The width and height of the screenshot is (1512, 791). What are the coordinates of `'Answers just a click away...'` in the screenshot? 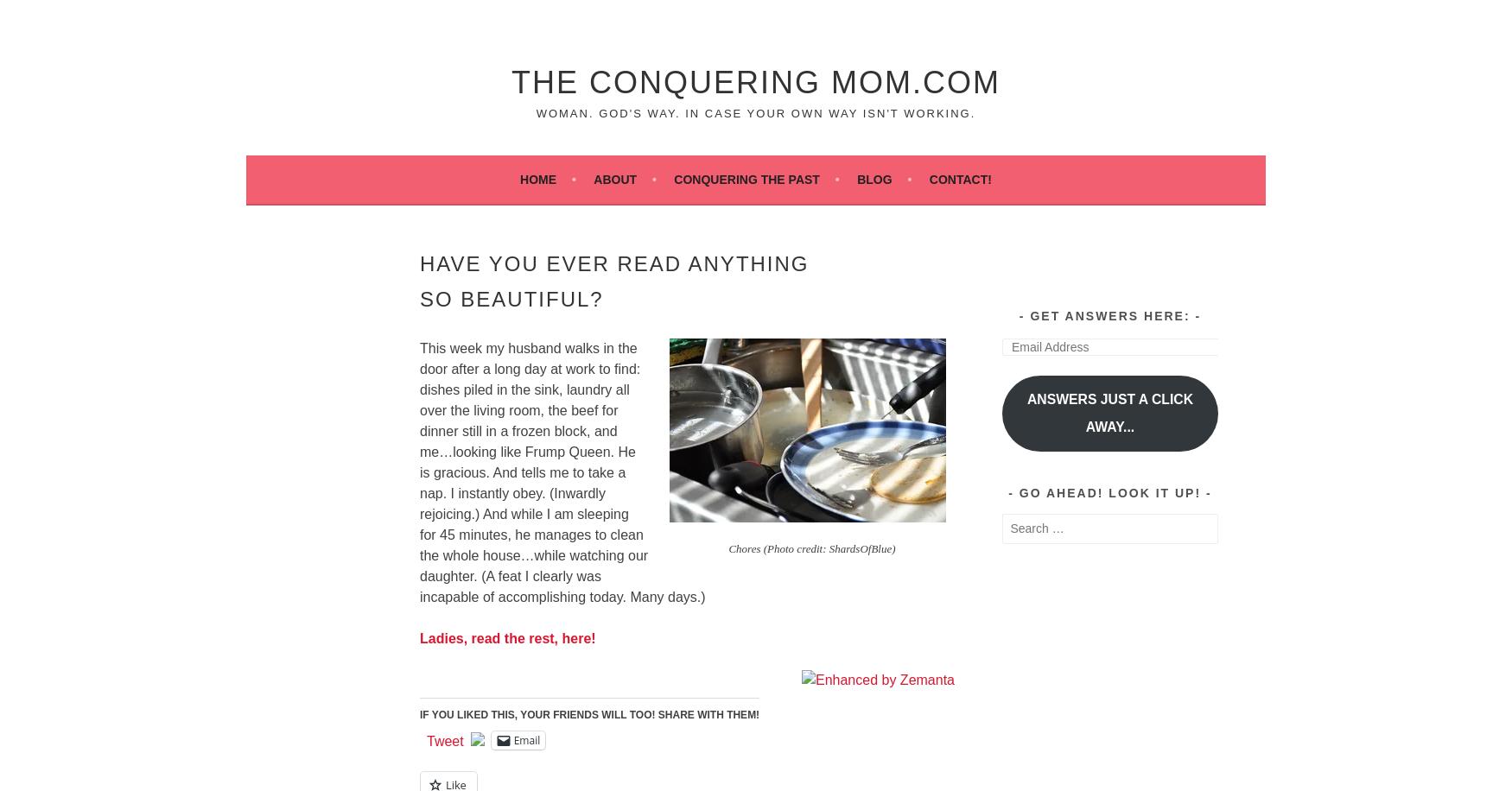 It's located at (1026, 412).